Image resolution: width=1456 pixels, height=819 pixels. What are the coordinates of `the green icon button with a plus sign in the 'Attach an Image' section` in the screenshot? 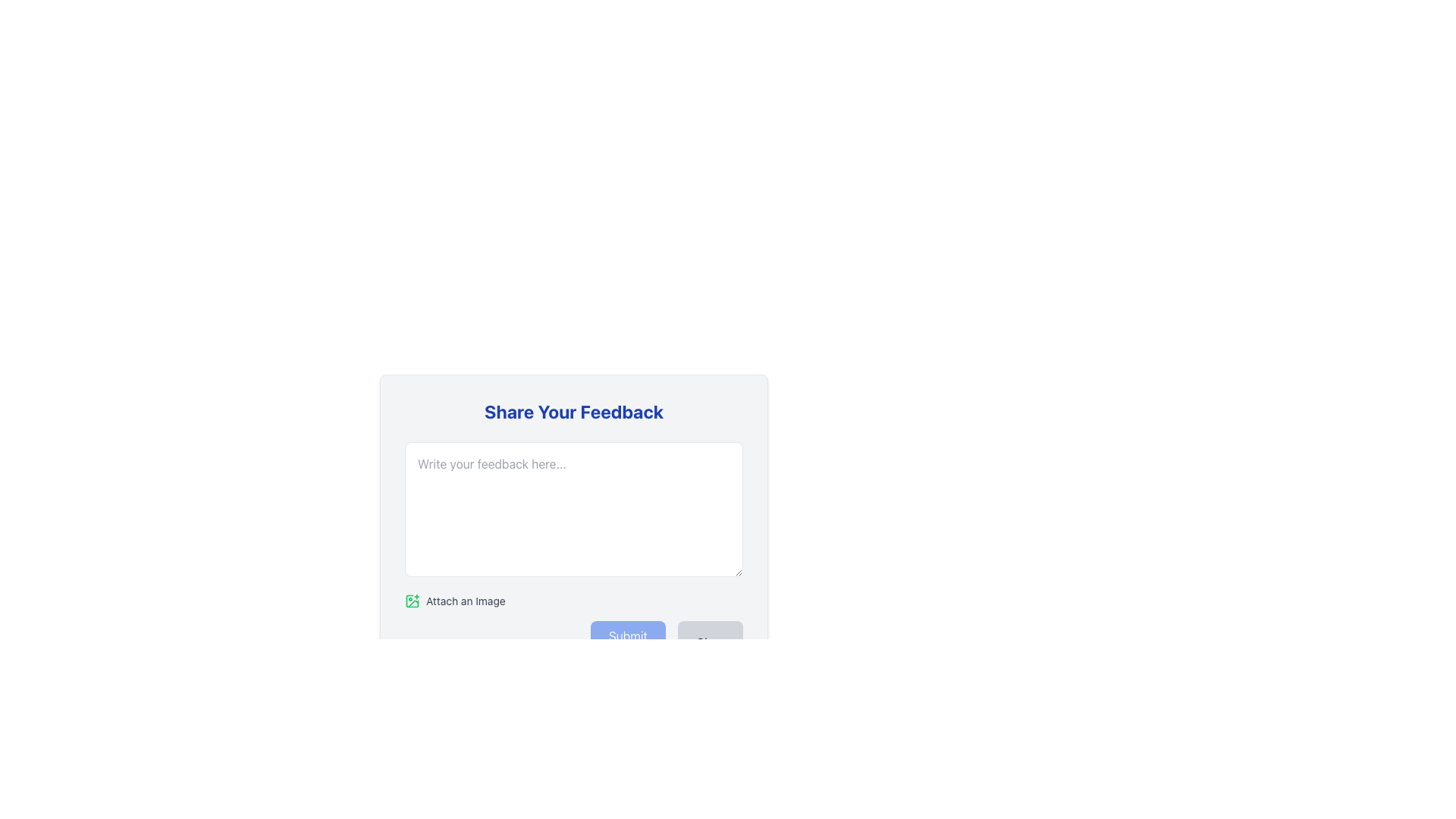 It's located at (412, 601).